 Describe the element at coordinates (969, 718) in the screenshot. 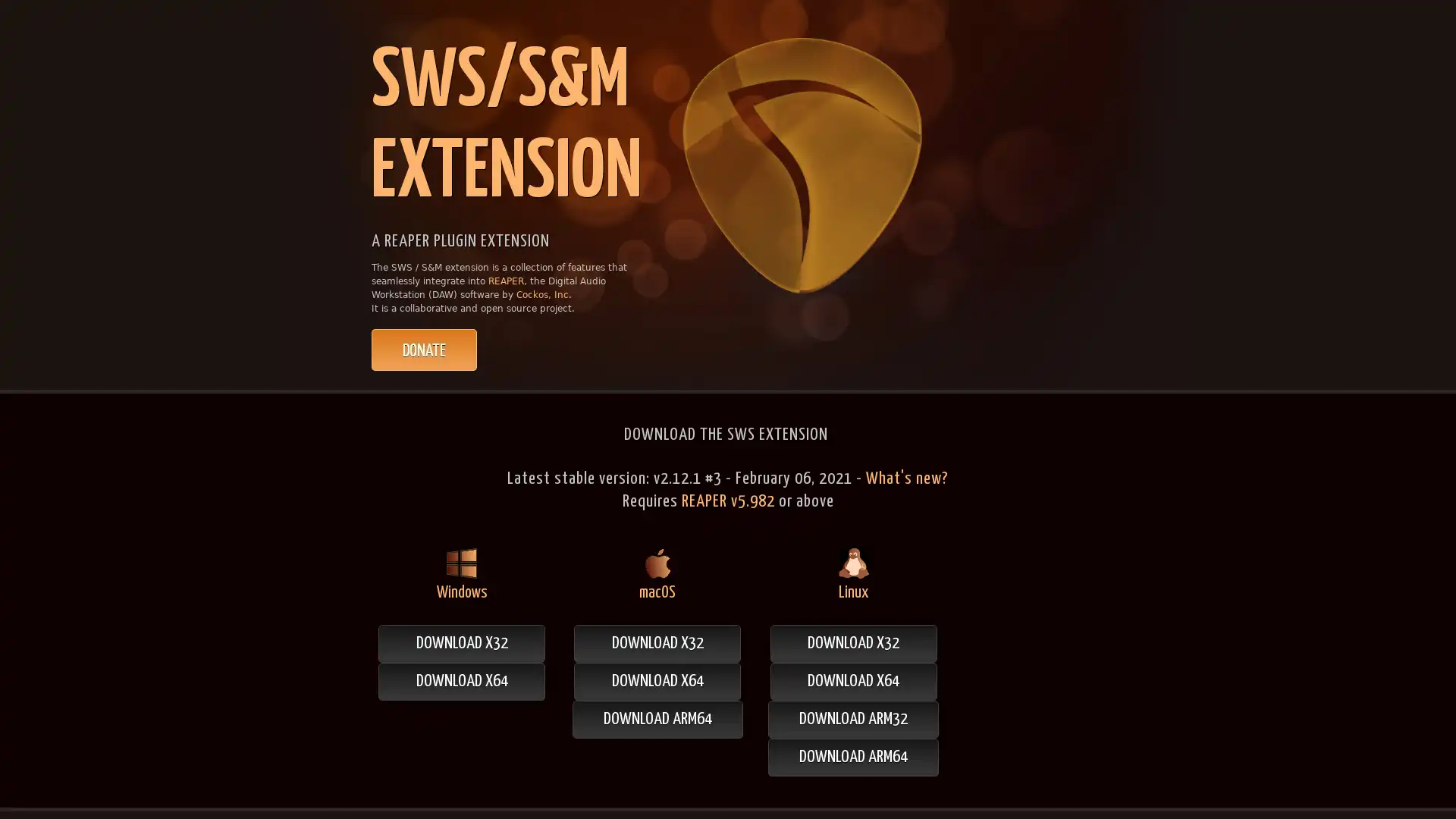

I see `DOWNLOAD ARM32` at that location.